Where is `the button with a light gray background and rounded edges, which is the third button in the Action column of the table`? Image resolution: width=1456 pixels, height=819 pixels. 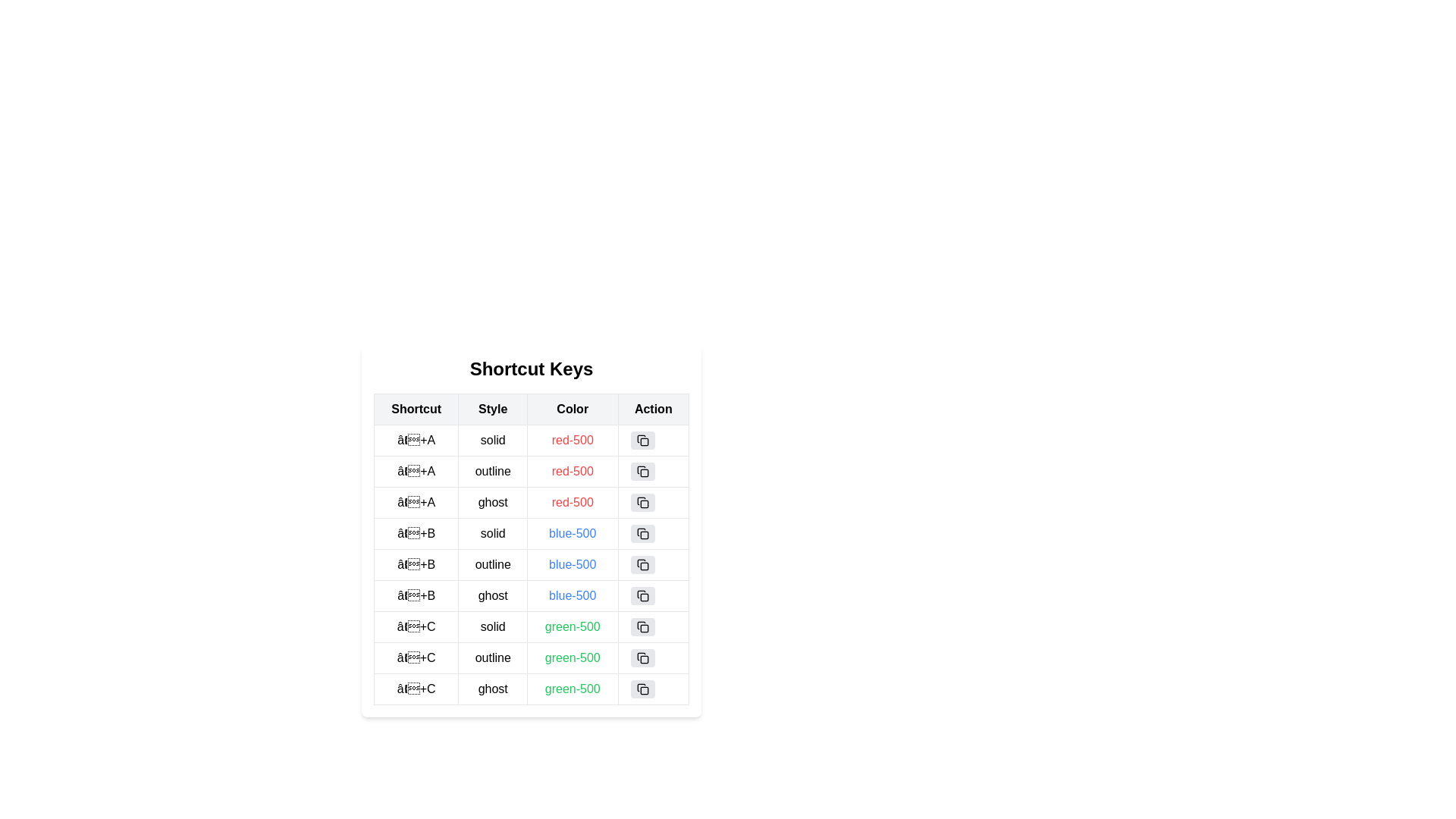
the button with a light gray background and rounded edges, which is the third button in the Action column of the table is located at coordinates (642, 503).